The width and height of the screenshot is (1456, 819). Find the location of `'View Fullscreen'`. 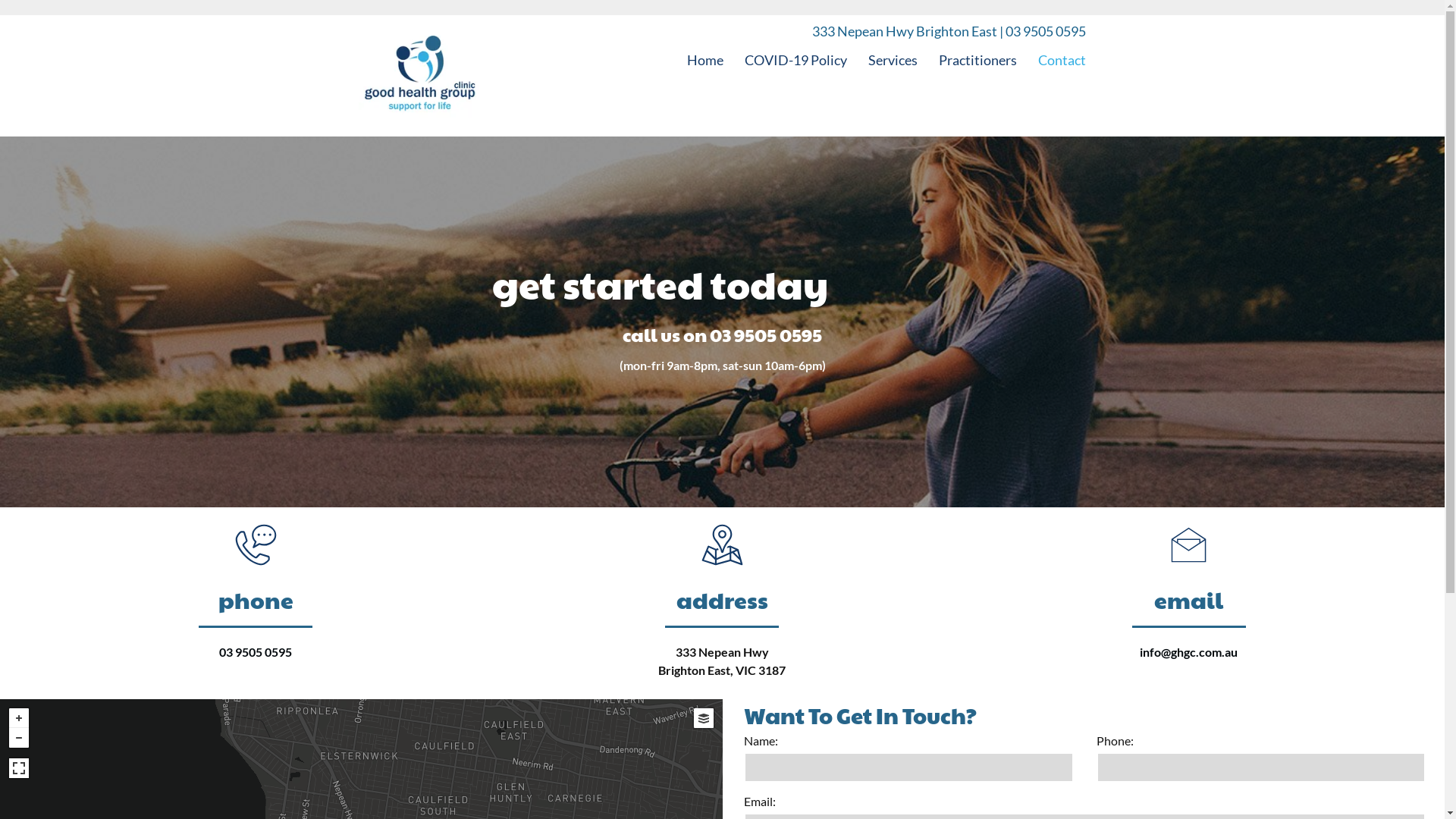

'View Fullscreen' is located at coordinates (18, 768).